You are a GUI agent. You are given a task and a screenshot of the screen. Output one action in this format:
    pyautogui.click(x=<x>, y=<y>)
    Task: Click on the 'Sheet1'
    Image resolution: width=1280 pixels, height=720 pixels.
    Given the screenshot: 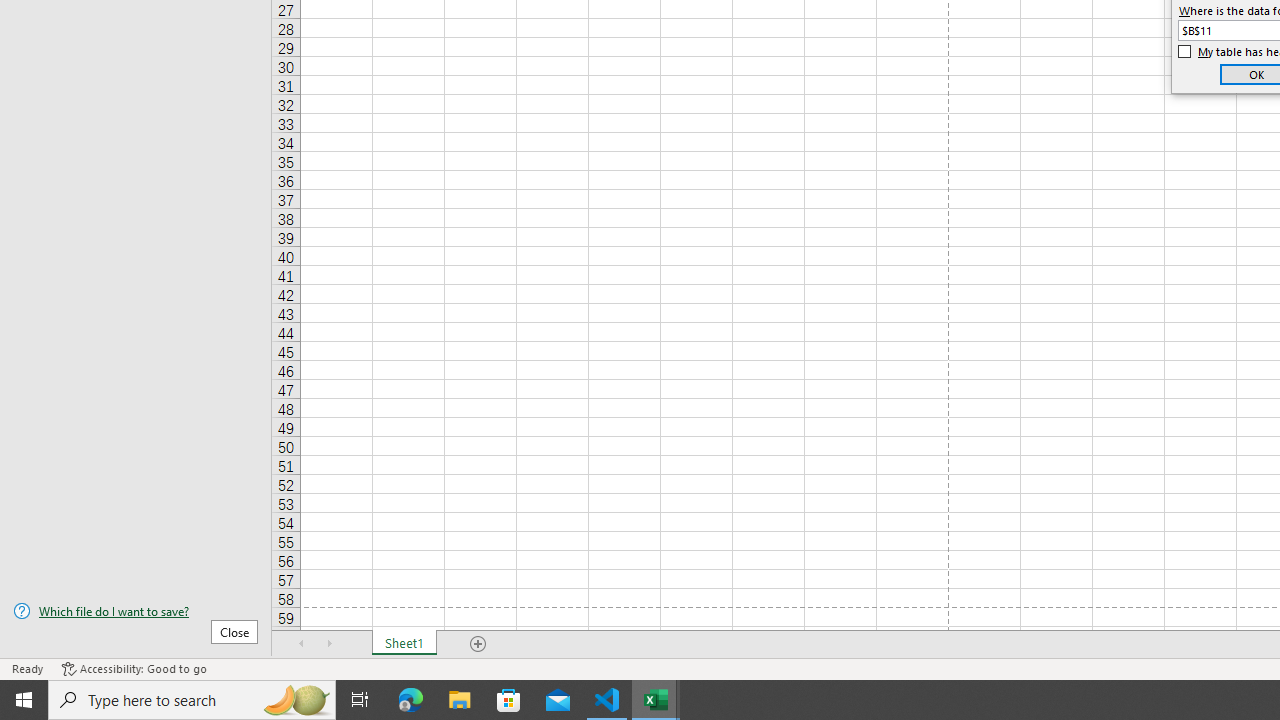 What is the action you would take?
    pyautogui.click(x=403, y=644)
    